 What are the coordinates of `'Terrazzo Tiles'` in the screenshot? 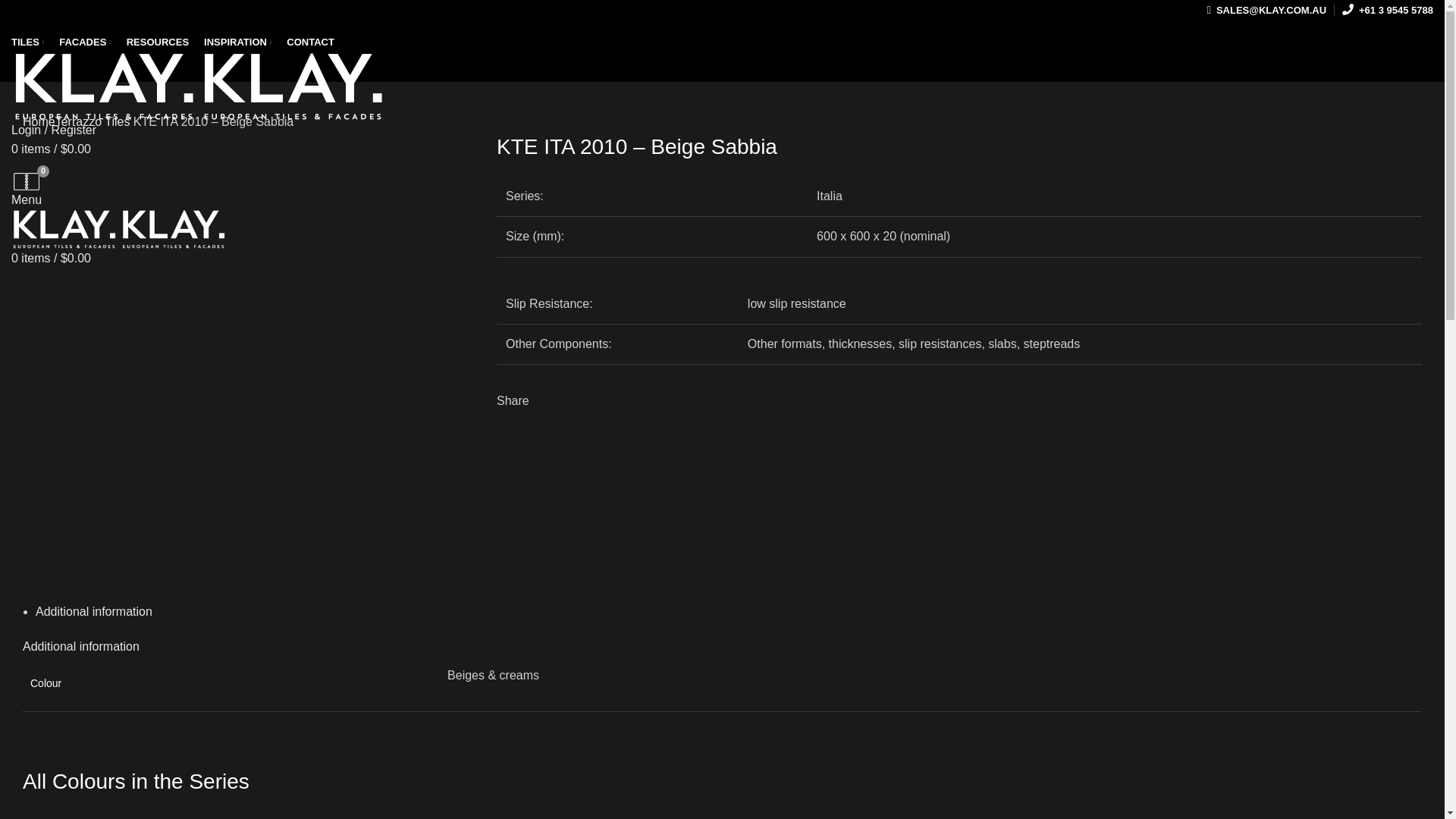 It's located at (92, 121).